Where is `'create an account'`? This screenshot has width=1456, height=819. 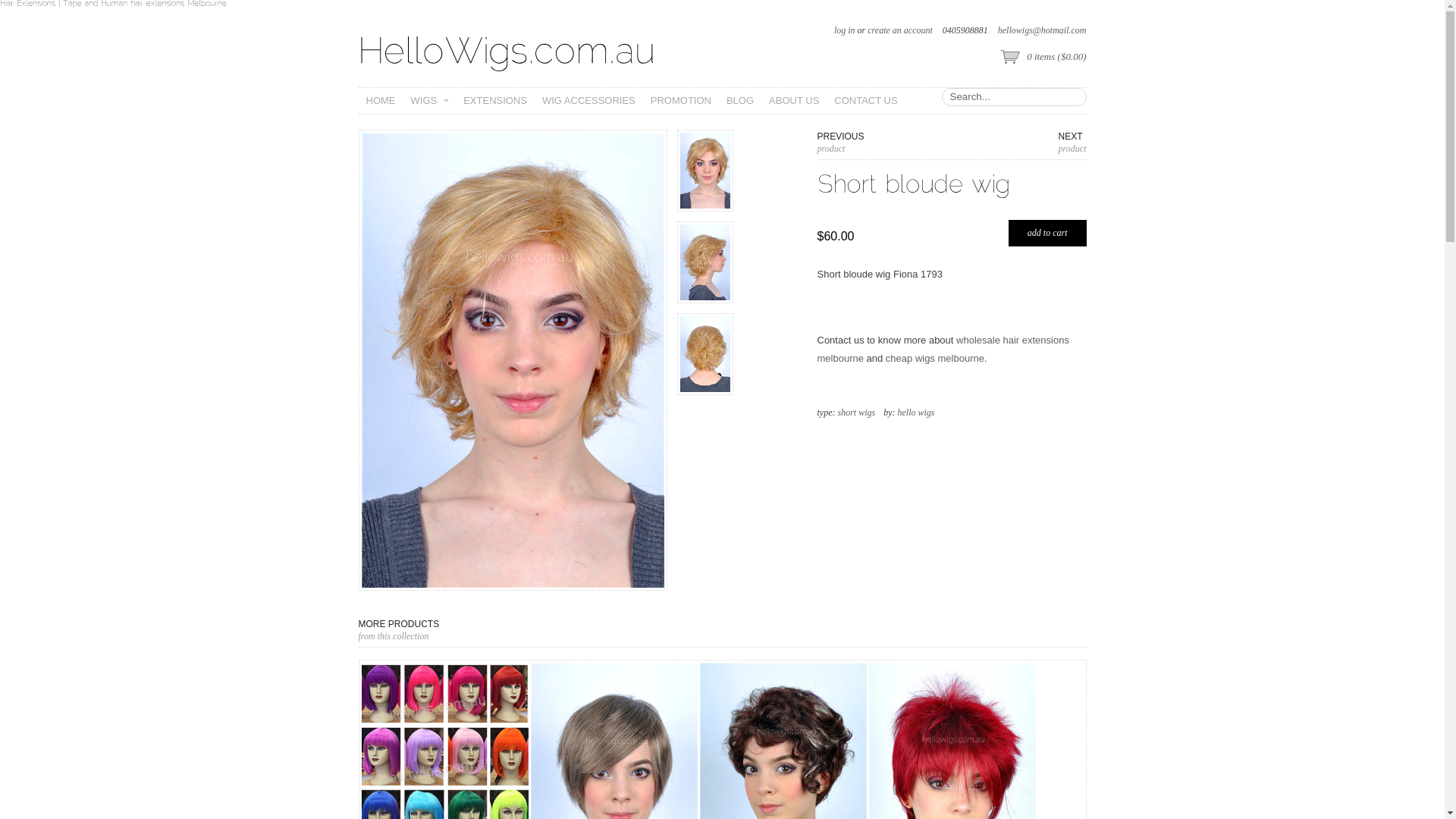
'create an account' is located at coordinates (867, 30).